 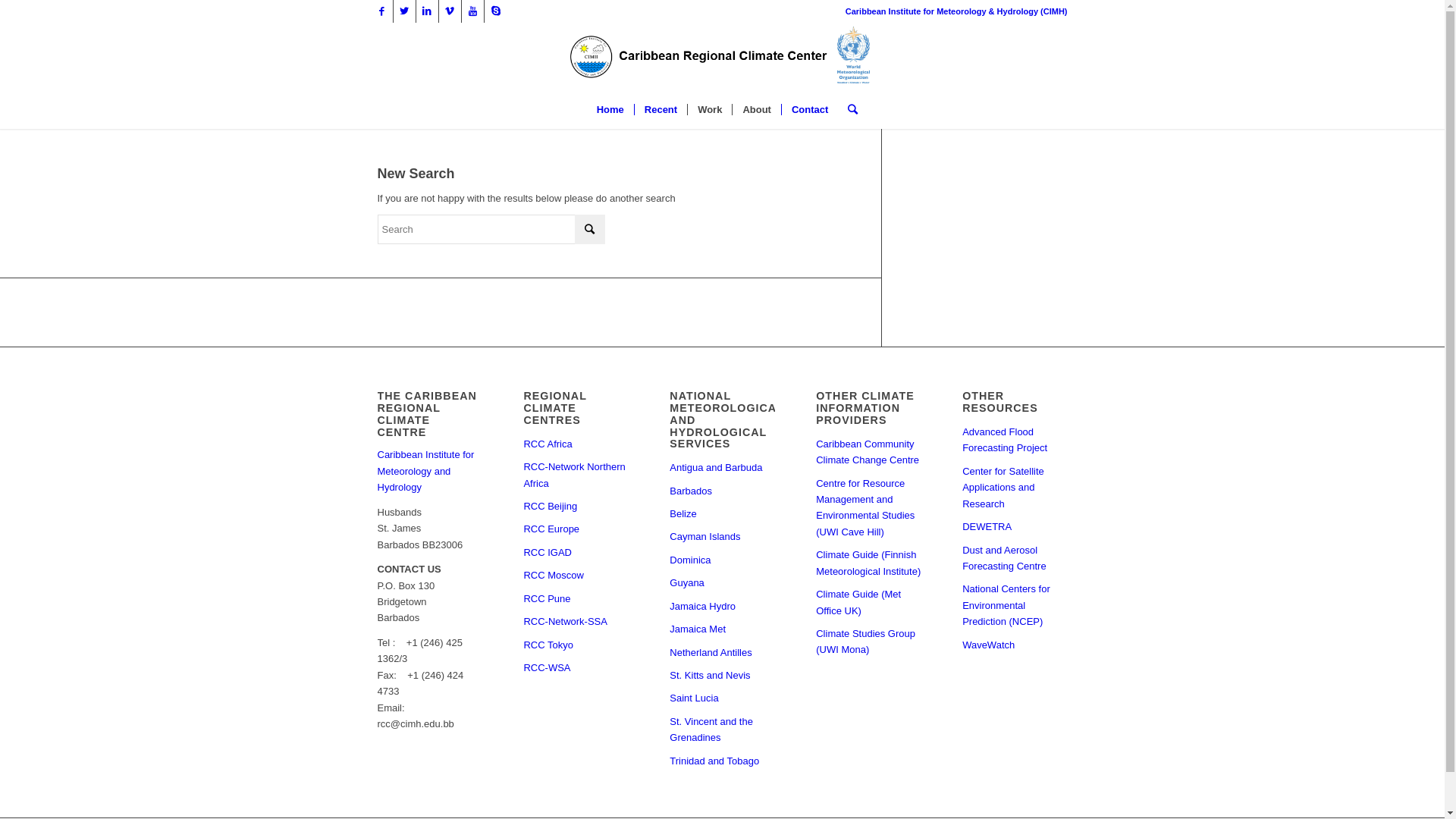 What do you see at coordinates (381, 11) in the screenshot?
I see `'Facebook'` at bounding box center [381, 11].